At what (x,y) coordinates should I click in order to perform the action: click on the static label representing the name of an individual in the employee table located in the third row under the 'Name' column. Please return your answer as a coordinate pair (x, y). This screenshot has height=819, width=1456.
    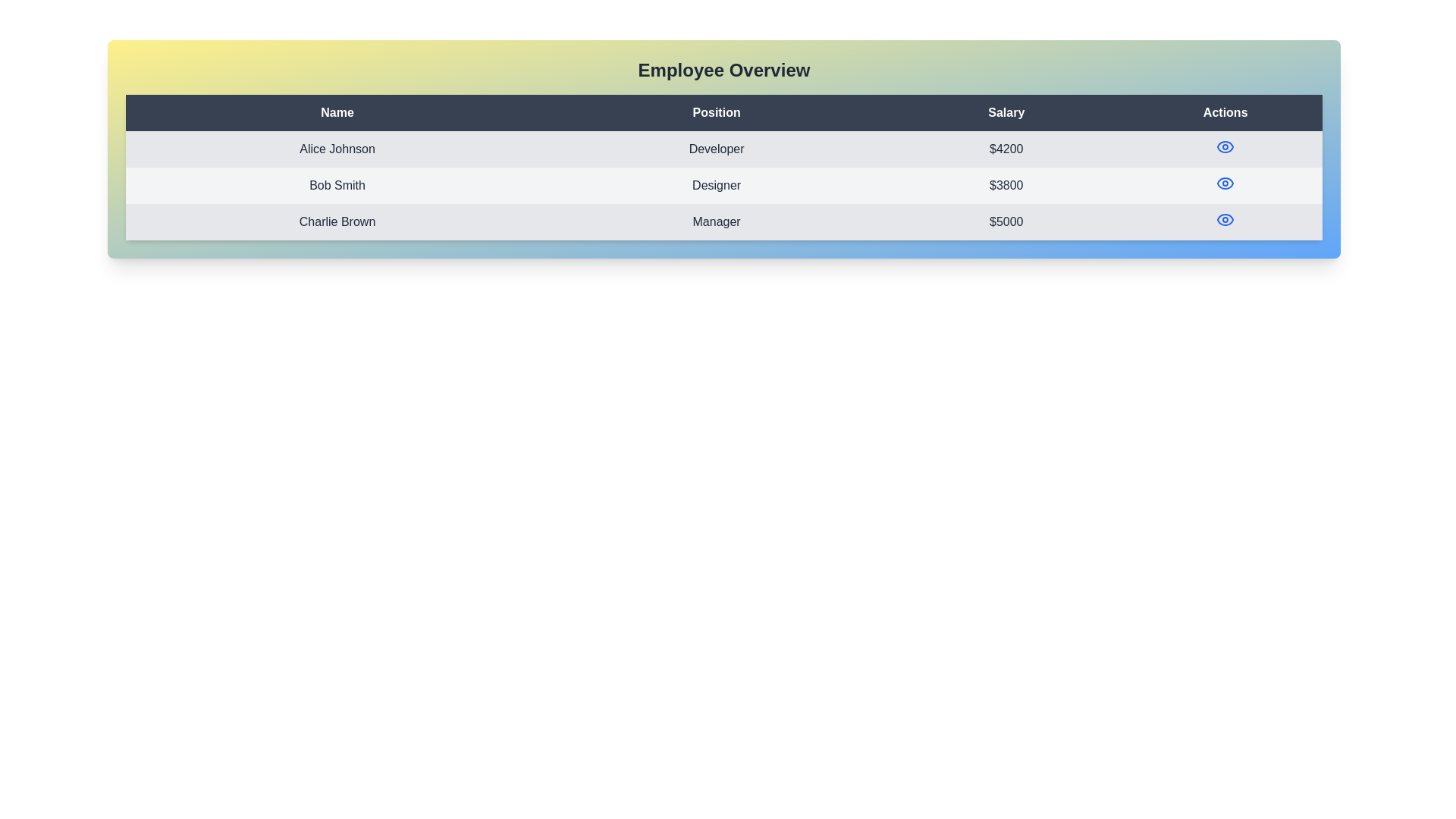
    Looking at the image, I should click on (337, 222).